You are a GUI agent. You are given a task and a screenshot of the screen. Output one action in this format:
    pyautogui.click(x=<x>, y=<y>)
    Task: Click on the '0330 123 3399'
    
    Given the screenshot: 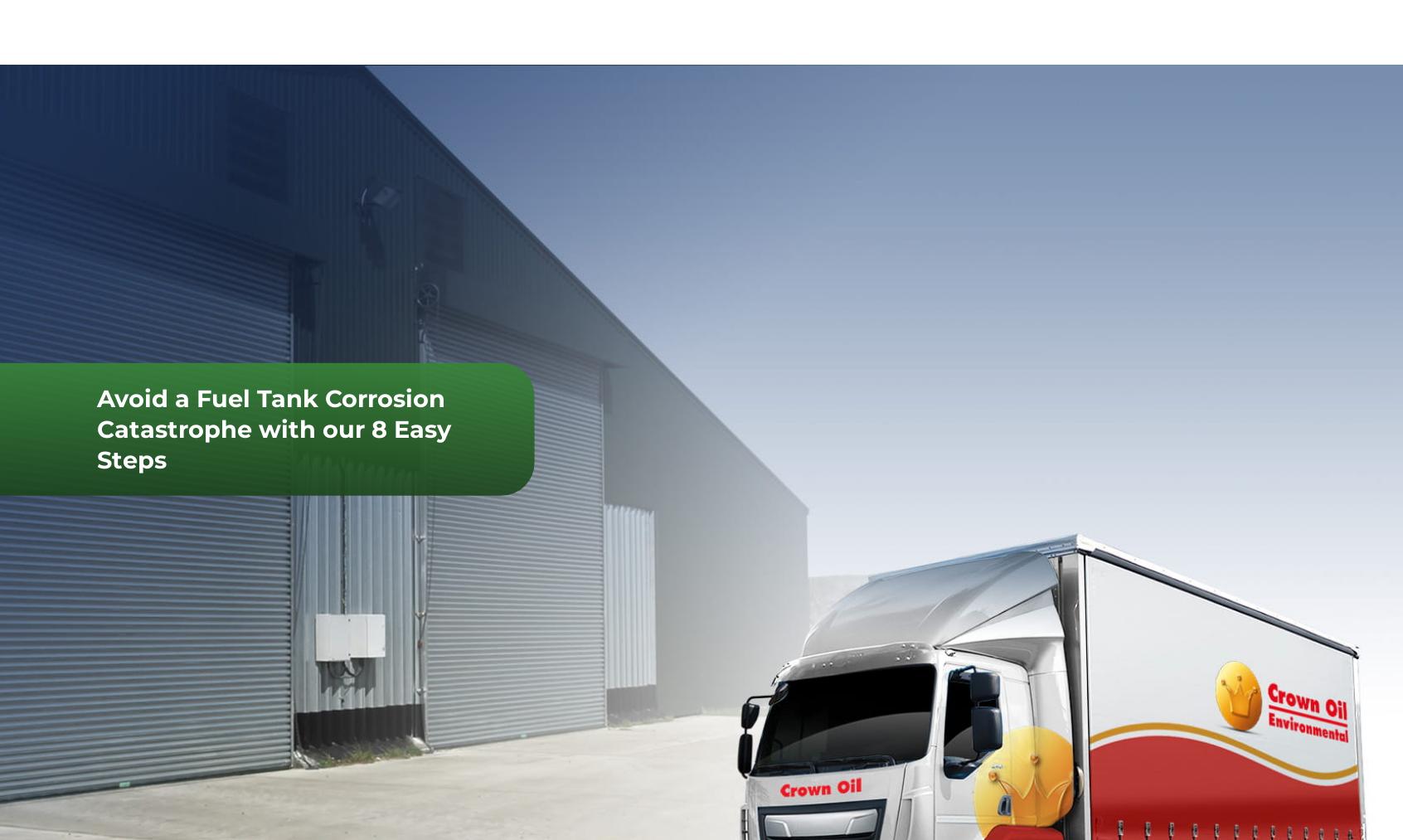 What is the action you would take?
    pyautogui.click(x=518, y=30)
    